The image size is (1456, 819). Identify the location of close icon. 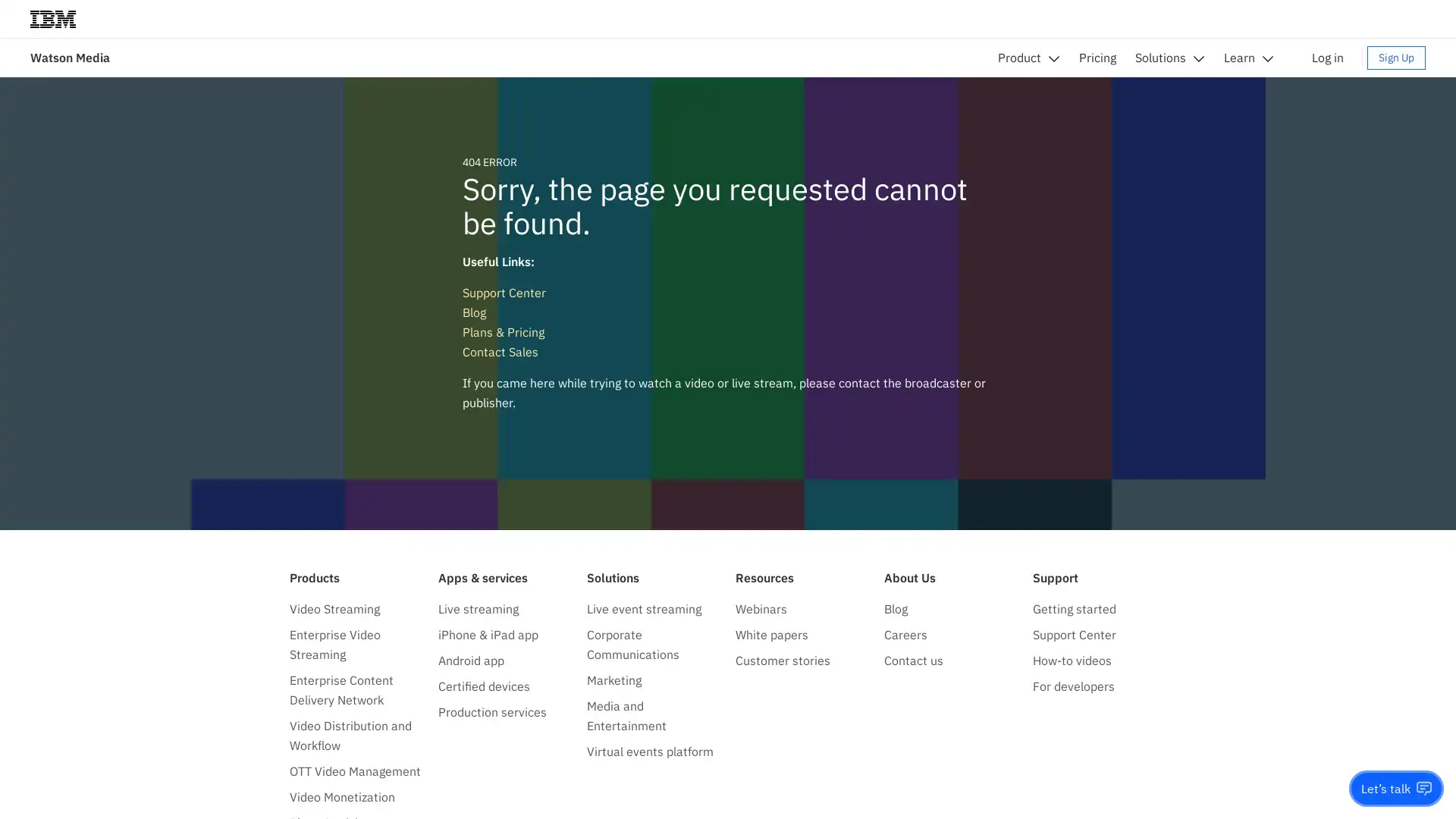
(1444, 683).